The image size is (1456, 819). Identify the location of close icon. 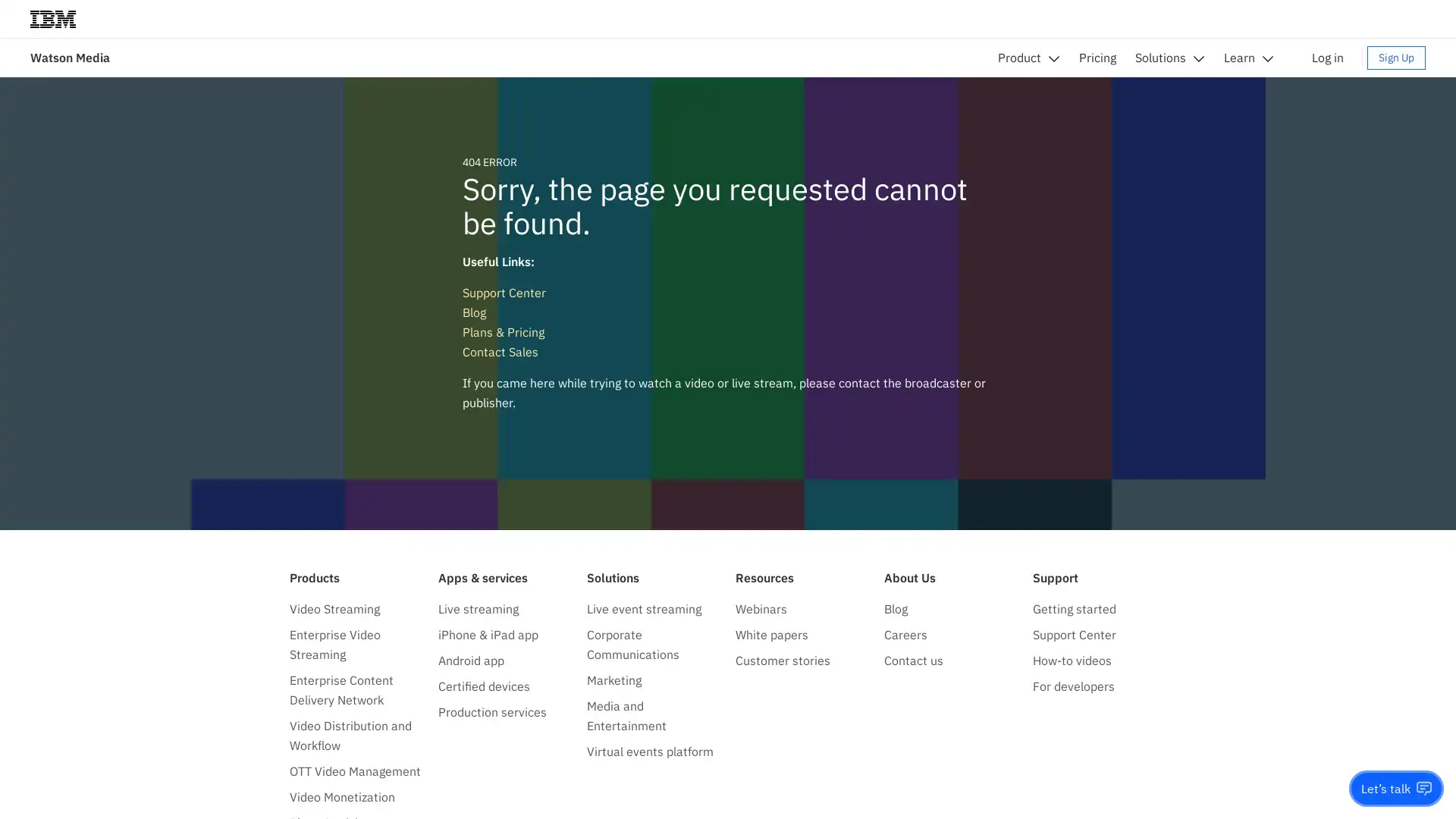
(1444, 683).